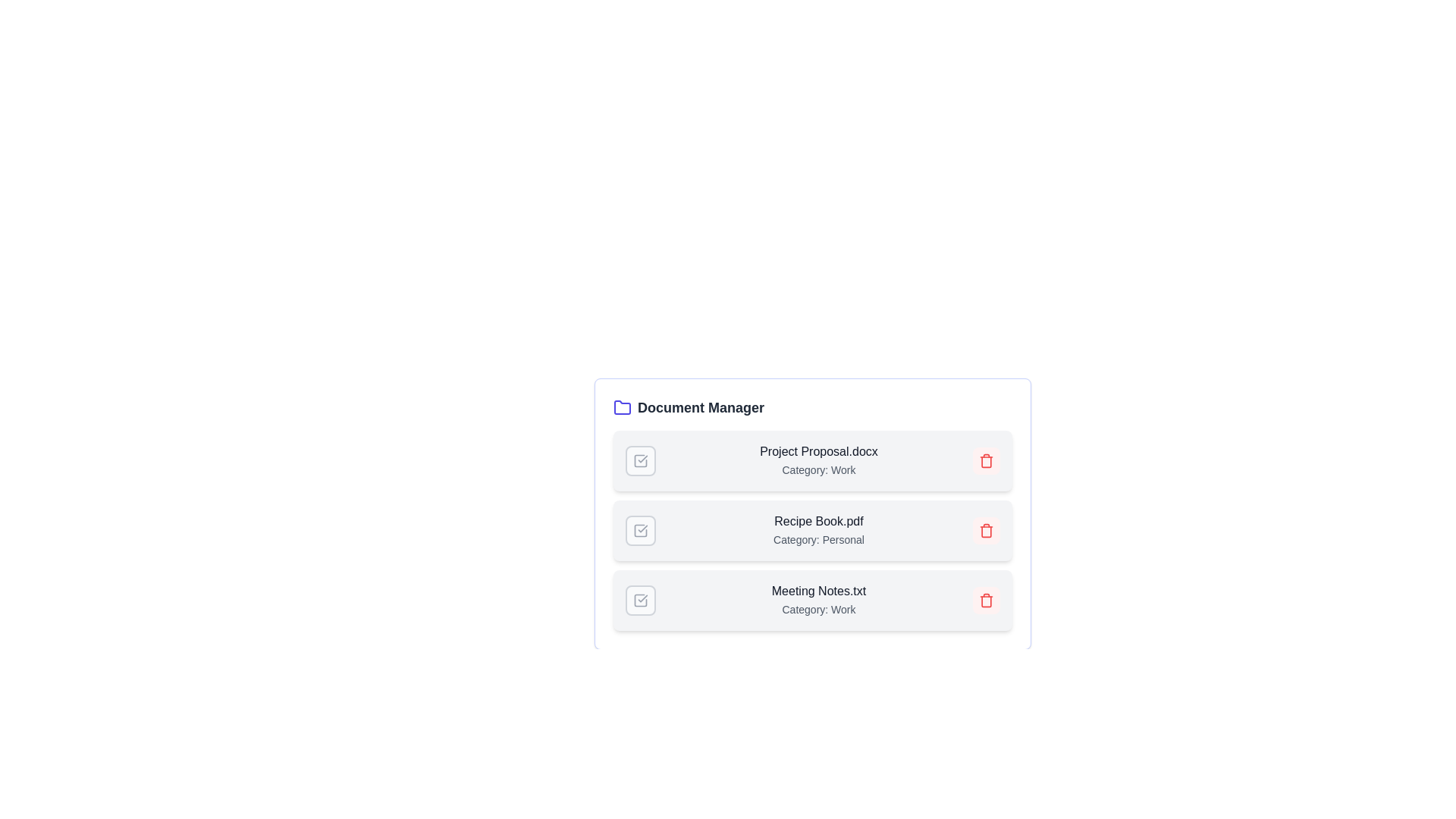 This screenshot has width=1456, height=819. I want to click on the label that identifies the document named 'Recipe Book.pdf' within the 'Document Manager' component, located in the second row, so click(818, 520).